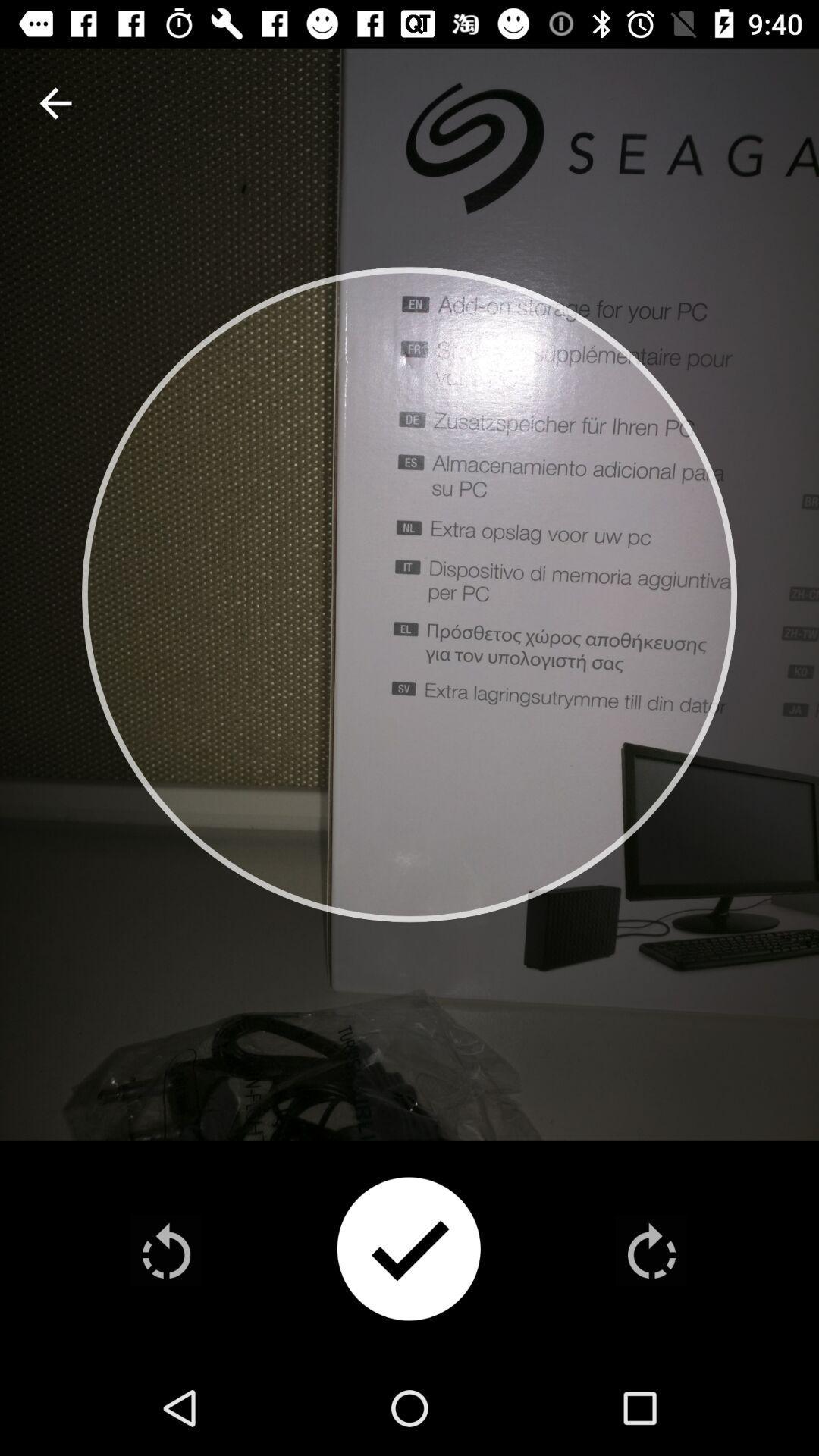 This screenshot has height=1456, width=819. What do you see at coordinates (408, 1250) in the screenshot?
I see `area` at bounding box center [408, 1250].